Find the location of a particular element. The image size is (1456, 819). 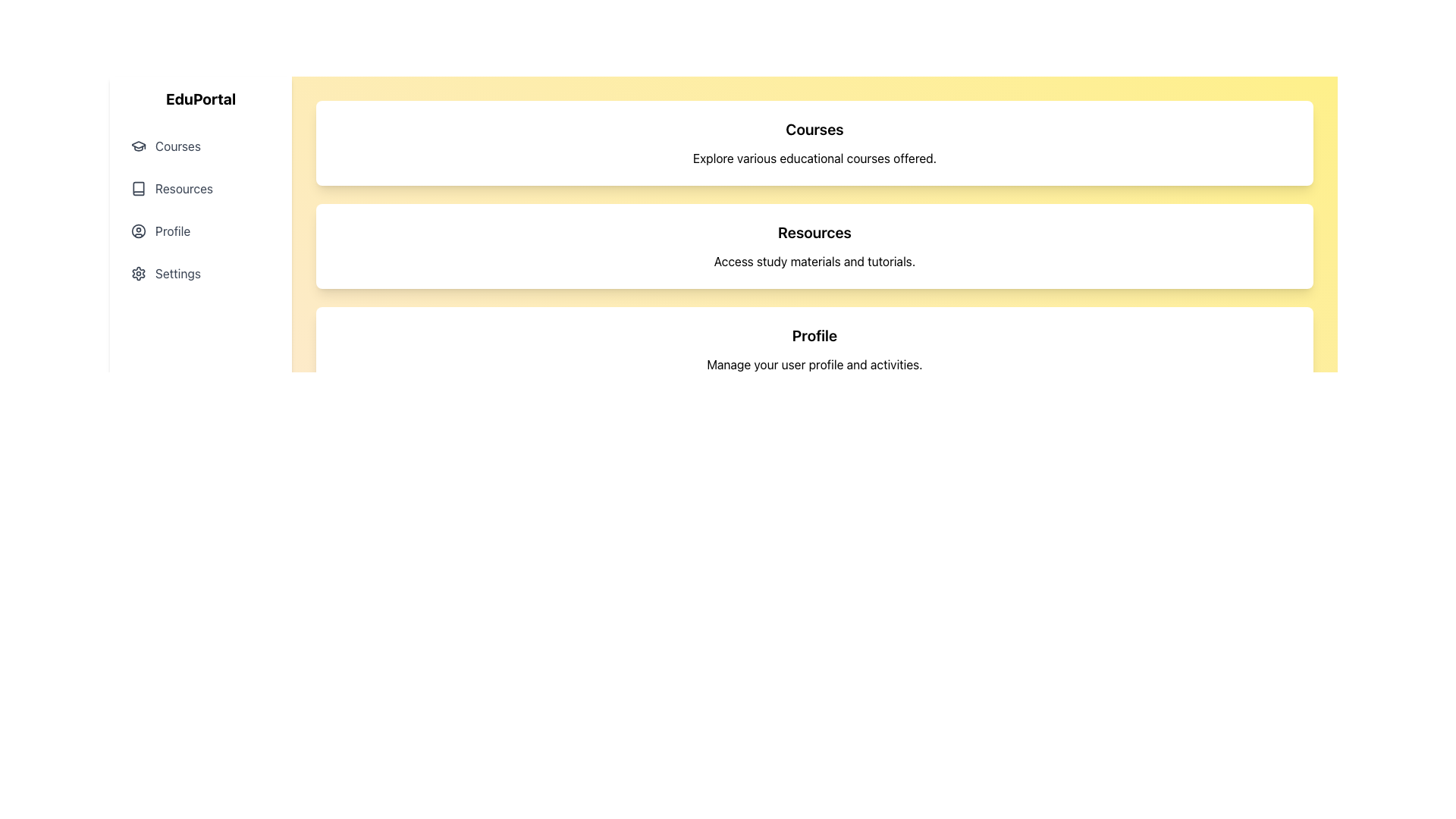

the user profile icon, which is a circular SVG graphical component with a filled center, located in the vertical navigation bar on the left side of the interface, adjacent to the 'Profile' text label is located at coordinates (138, 231).